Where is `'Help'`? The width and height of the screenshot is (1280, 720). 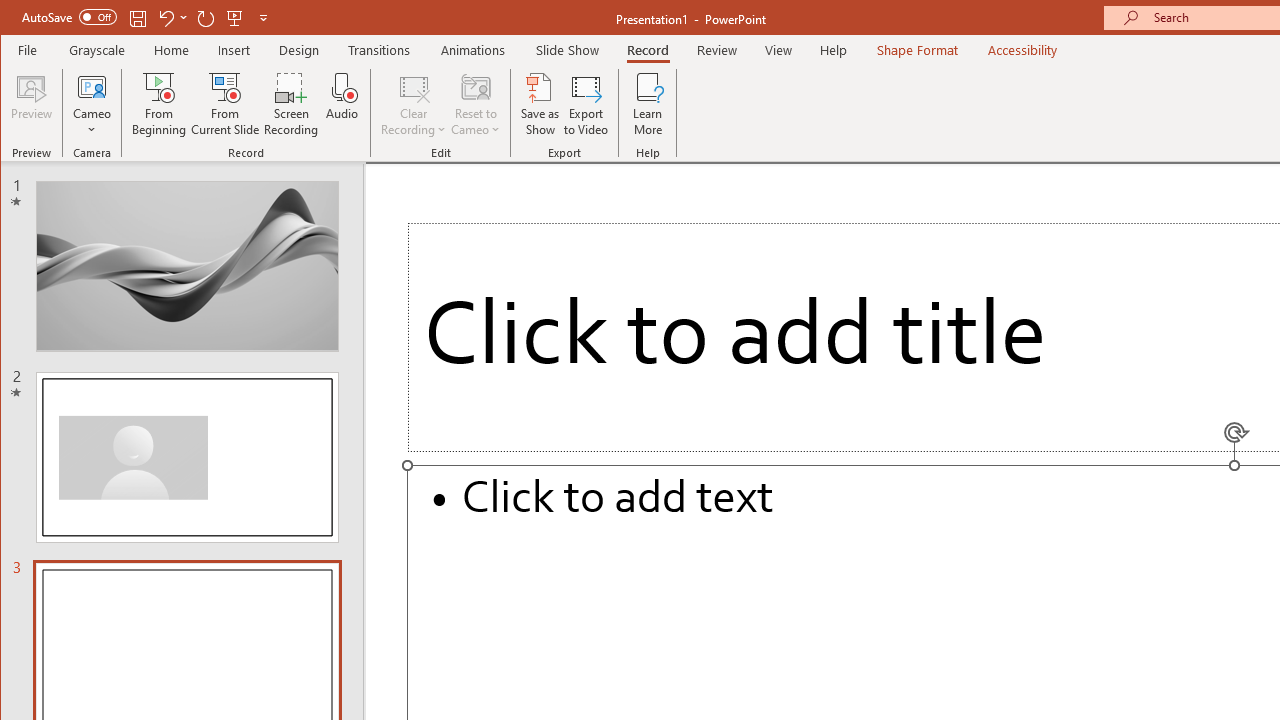 'Help' is located at coordinates (833, 49).